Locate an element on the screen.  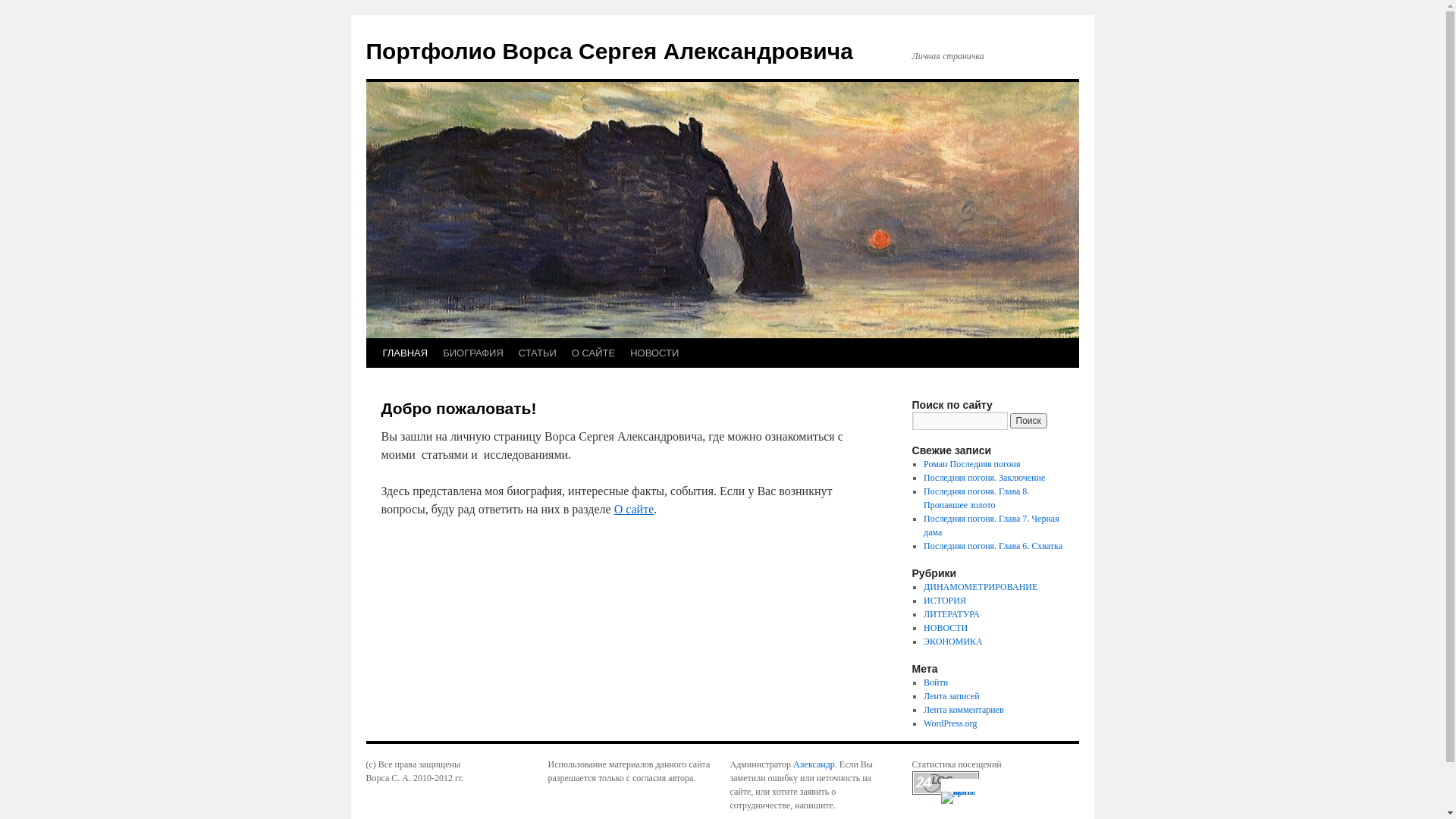
'WordPress.org' is located at coordinates (949, 722).